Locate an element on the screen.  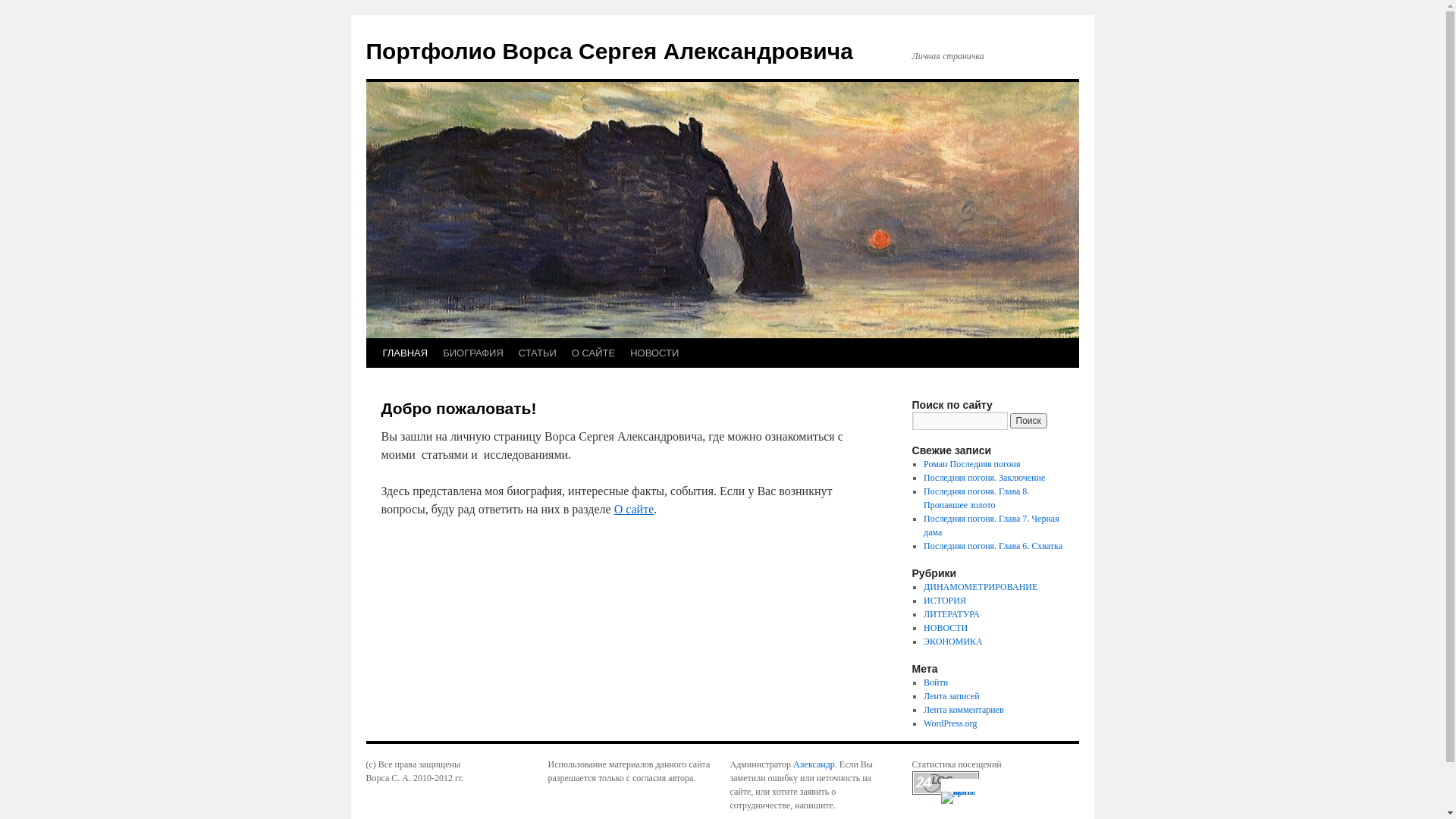
'WordPress.org' is located at coordinates (949, 722).